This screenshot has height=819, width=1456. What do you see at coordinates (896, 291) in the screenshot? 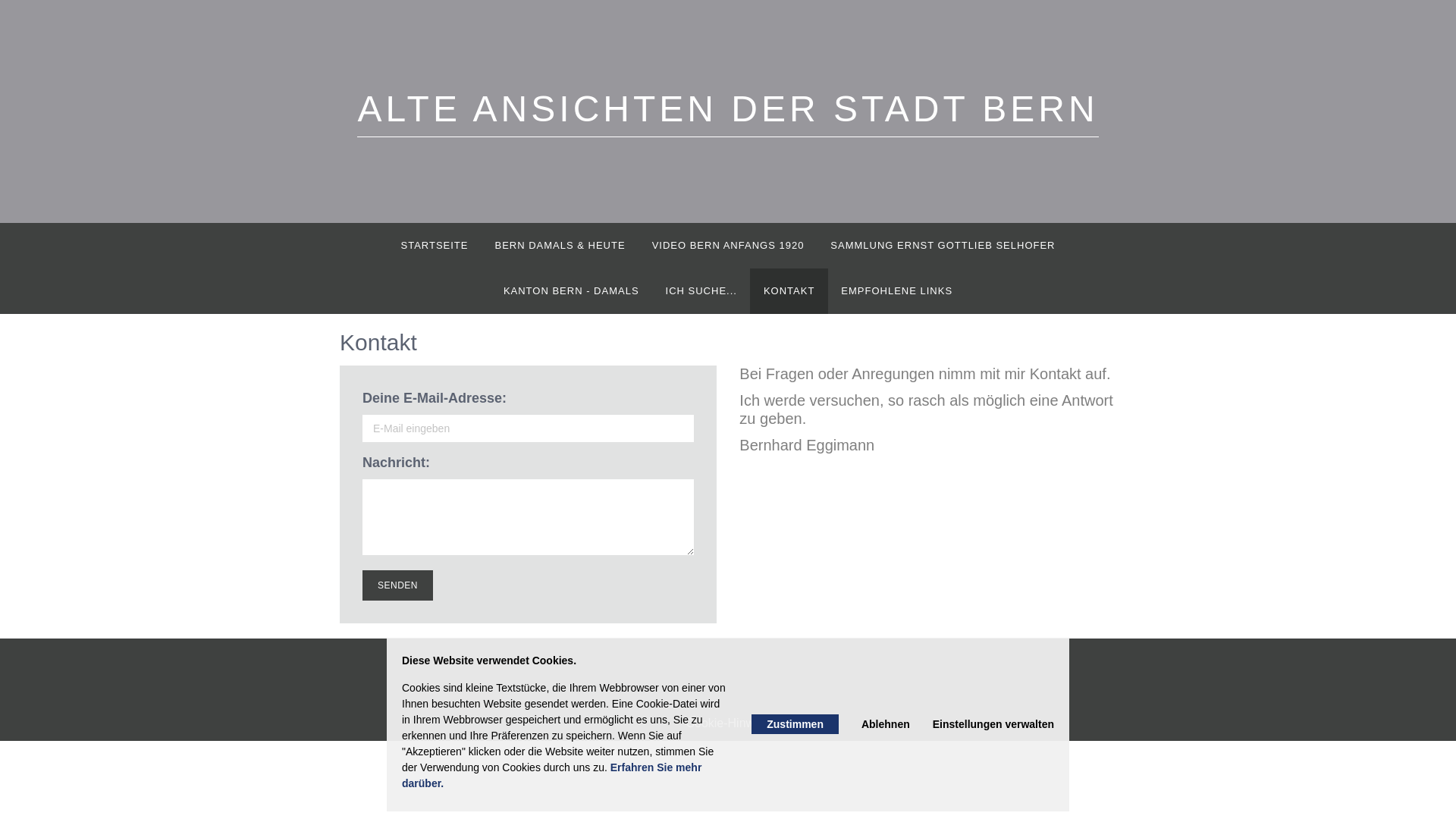
I see `'EMPFOHLENE LINKS'` at bounding box center [896, 291].